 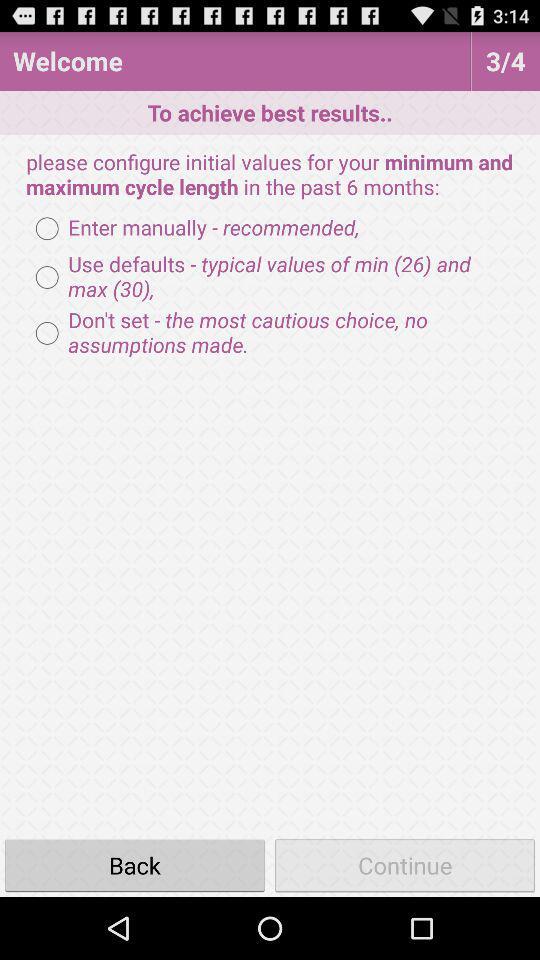 I want to click on icon to the right of the back, so click(x=405, y=864).